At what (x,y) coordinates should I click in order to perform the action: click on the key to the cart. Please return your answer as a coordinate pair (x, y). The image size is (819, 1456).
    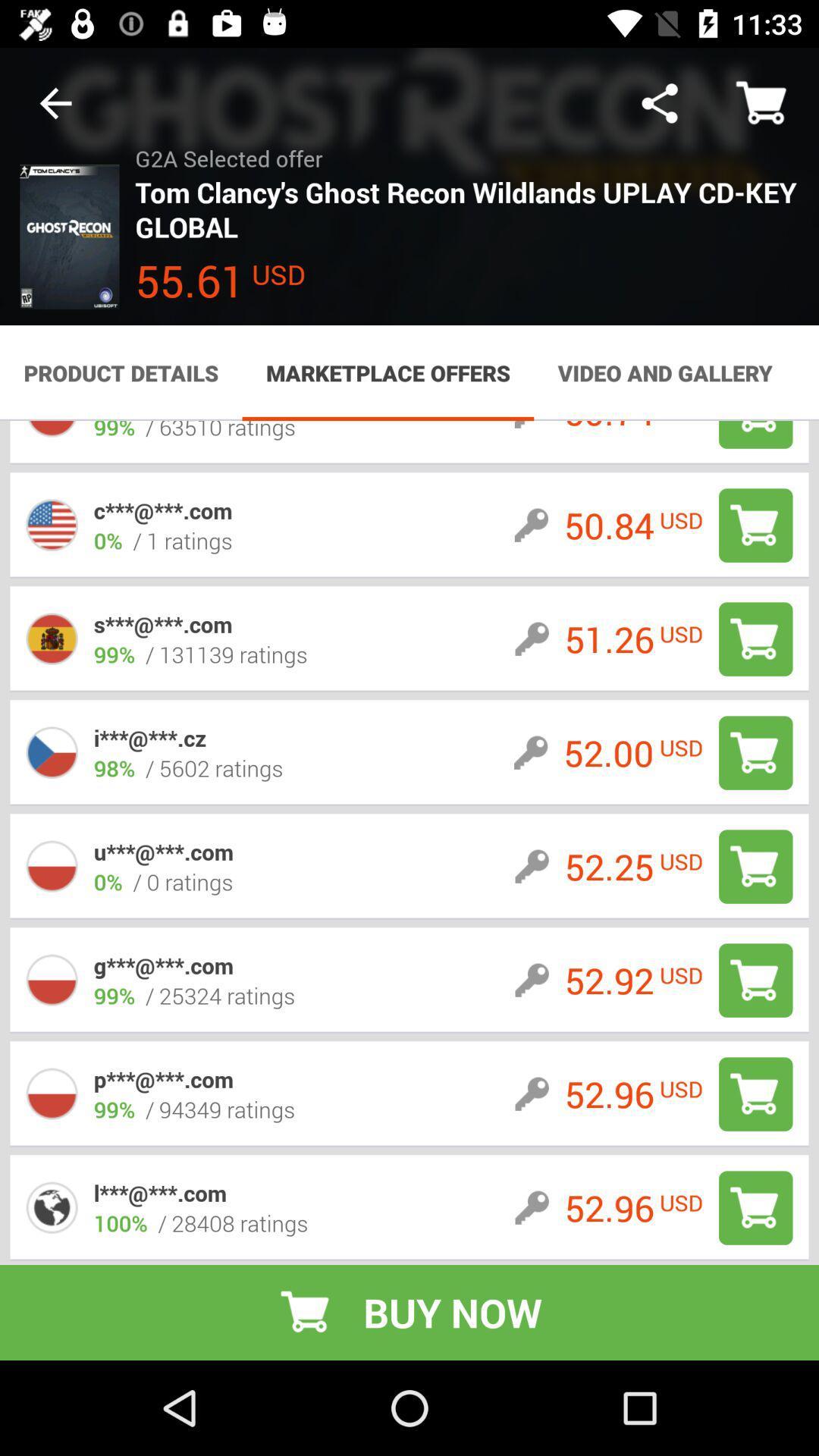
    Looking at the image, I should click on (755, 639).